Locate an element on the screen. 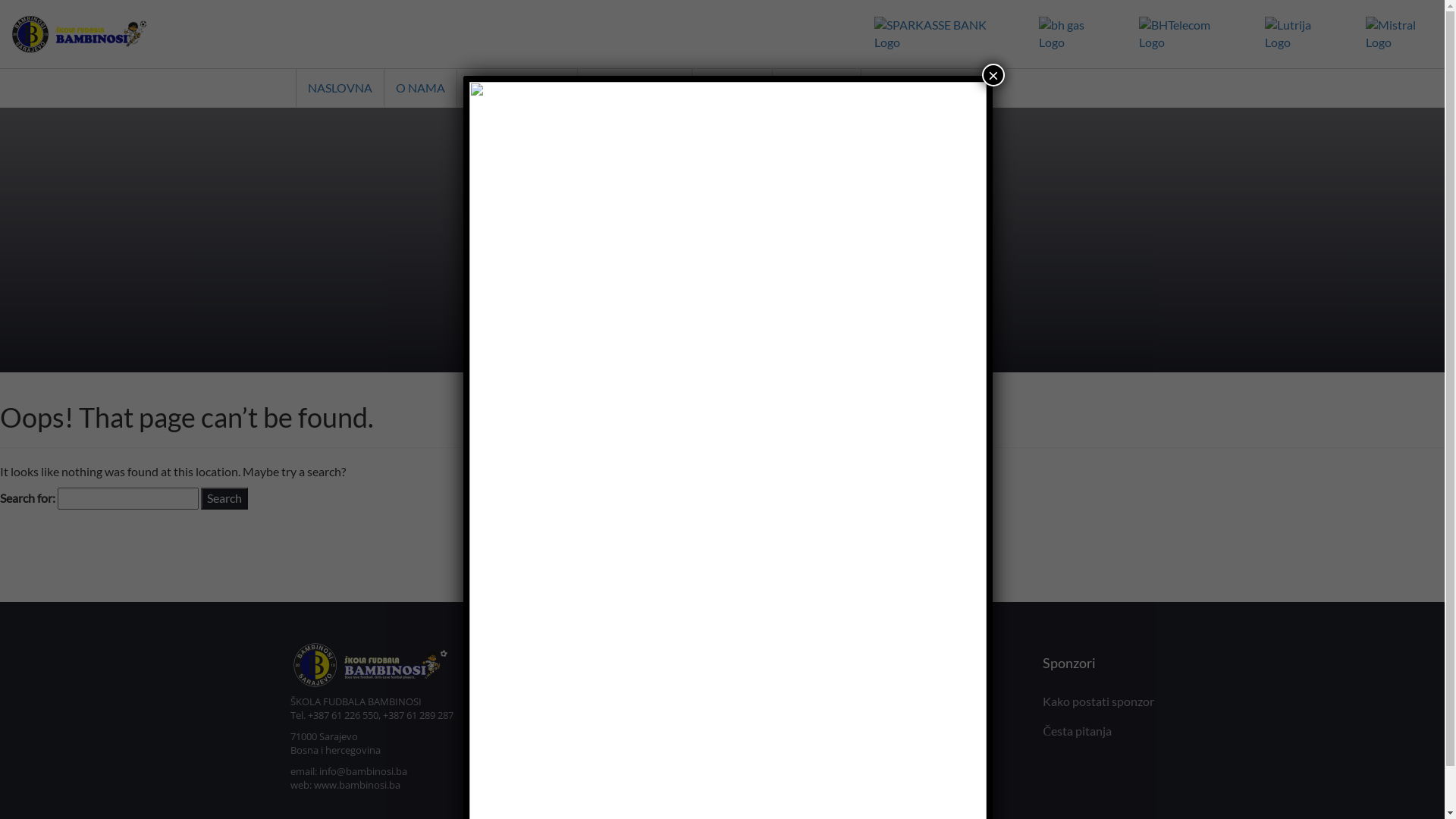 The height and width of the screenshot is (819, 1456). 'O NAMA' is located at coordinates (420, 87).